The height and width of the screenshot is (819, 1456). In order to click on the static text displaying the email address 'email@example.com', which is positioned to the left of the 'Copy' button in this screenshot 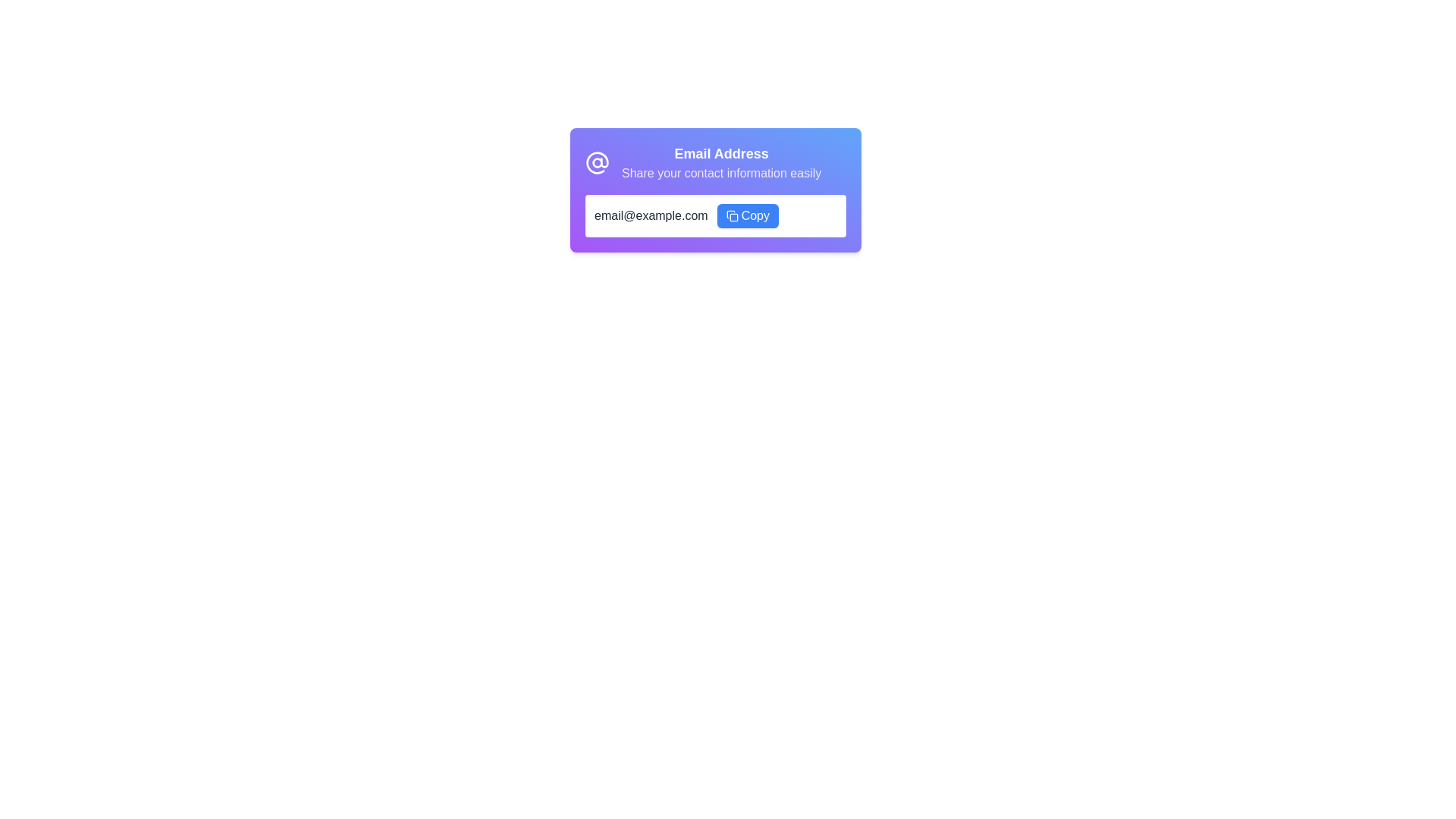, I will do `click(651, 216)`.